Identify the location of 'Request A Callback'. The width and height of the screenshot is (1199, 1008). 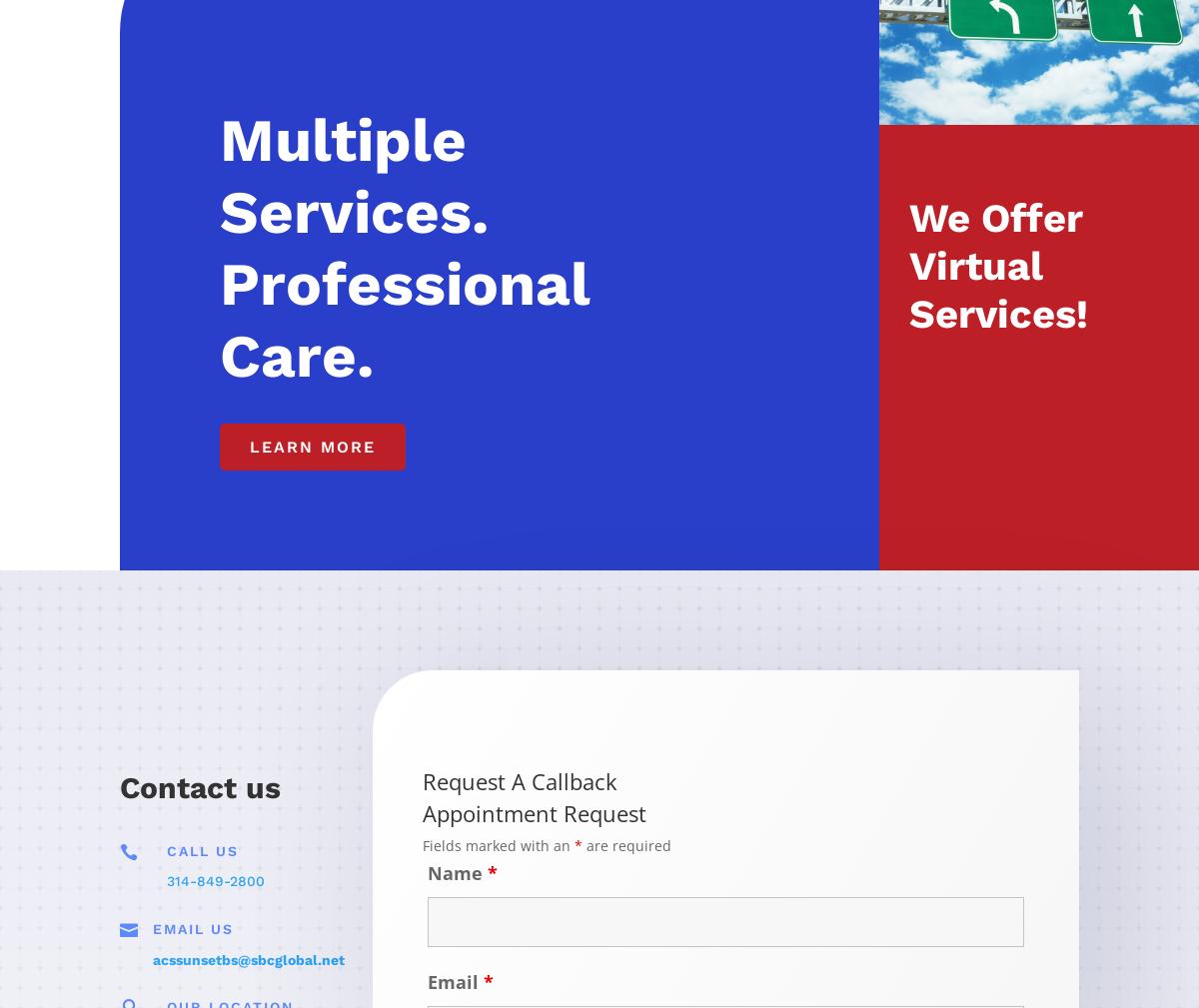
(519, 780).